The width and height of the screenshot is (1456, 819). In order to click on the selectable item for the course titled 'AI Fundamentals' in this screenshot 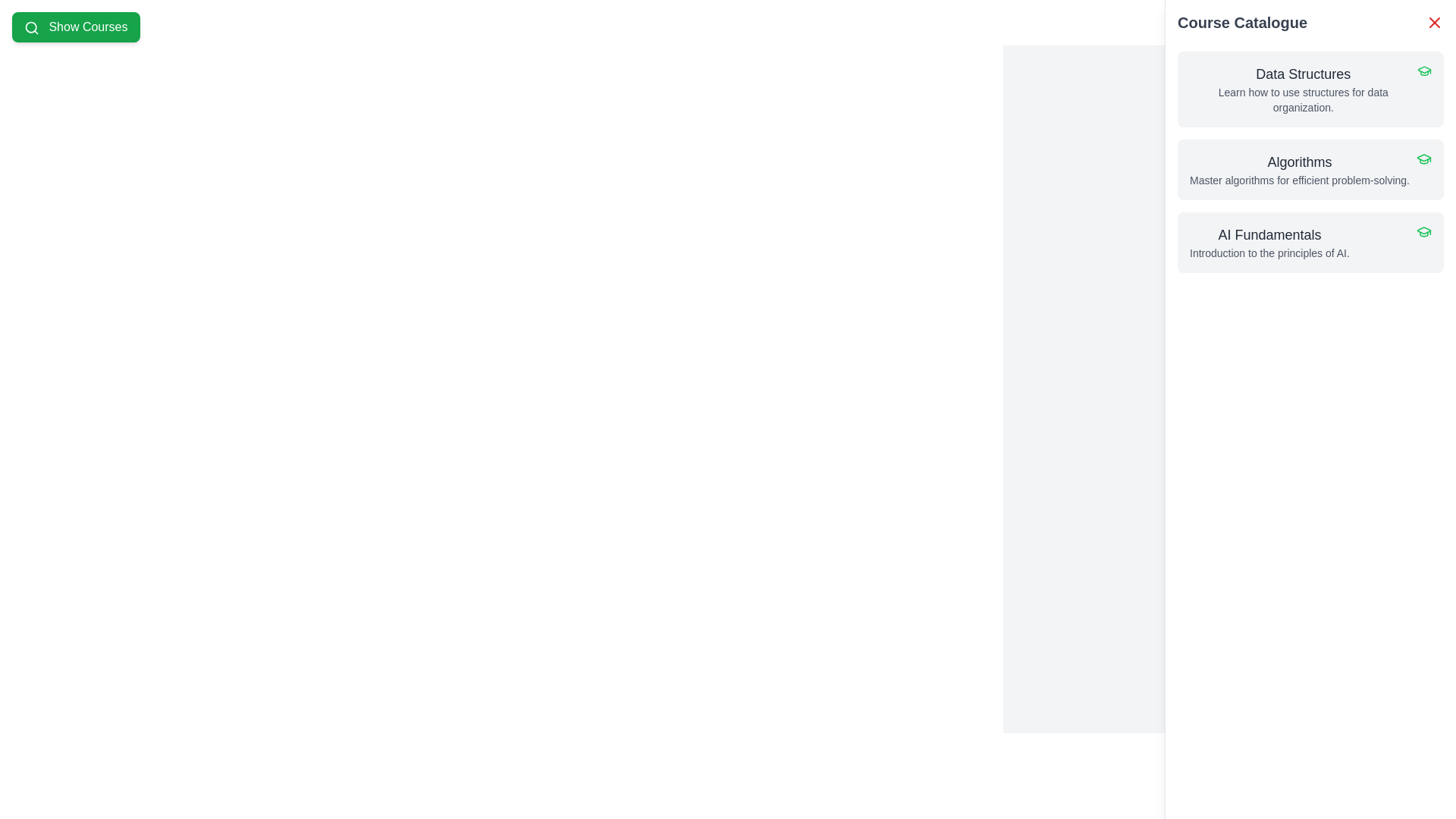, I will do `click(1310, 242)`.